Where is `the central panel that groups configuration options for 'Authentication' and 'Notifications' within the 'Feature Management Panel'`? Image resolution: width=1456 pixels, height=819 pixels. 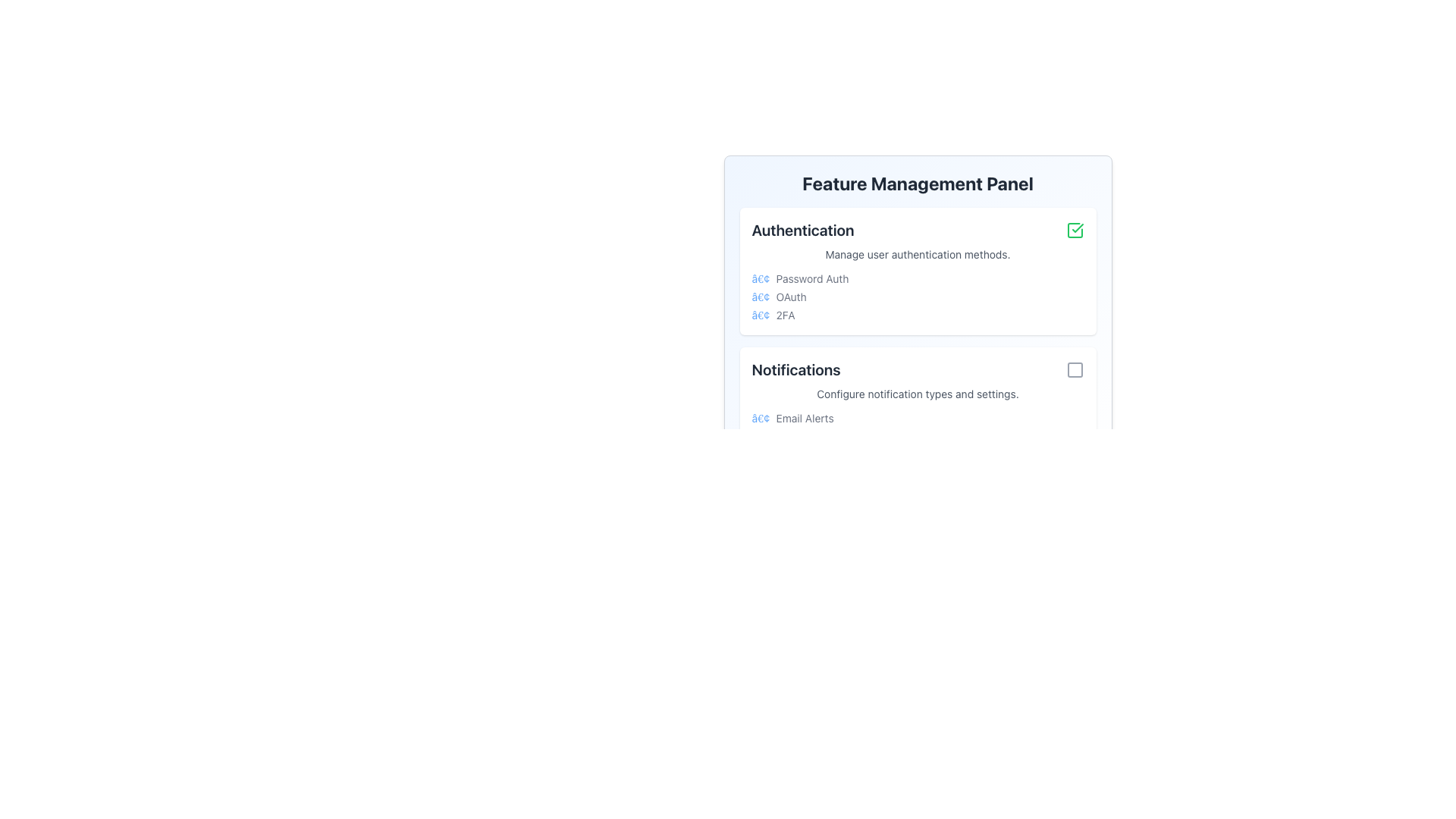 the central panel that groups configuration options for 'Authentication' and 'Notifications' within the 'Feature Management Panel' is located at coordinates (917, 341).